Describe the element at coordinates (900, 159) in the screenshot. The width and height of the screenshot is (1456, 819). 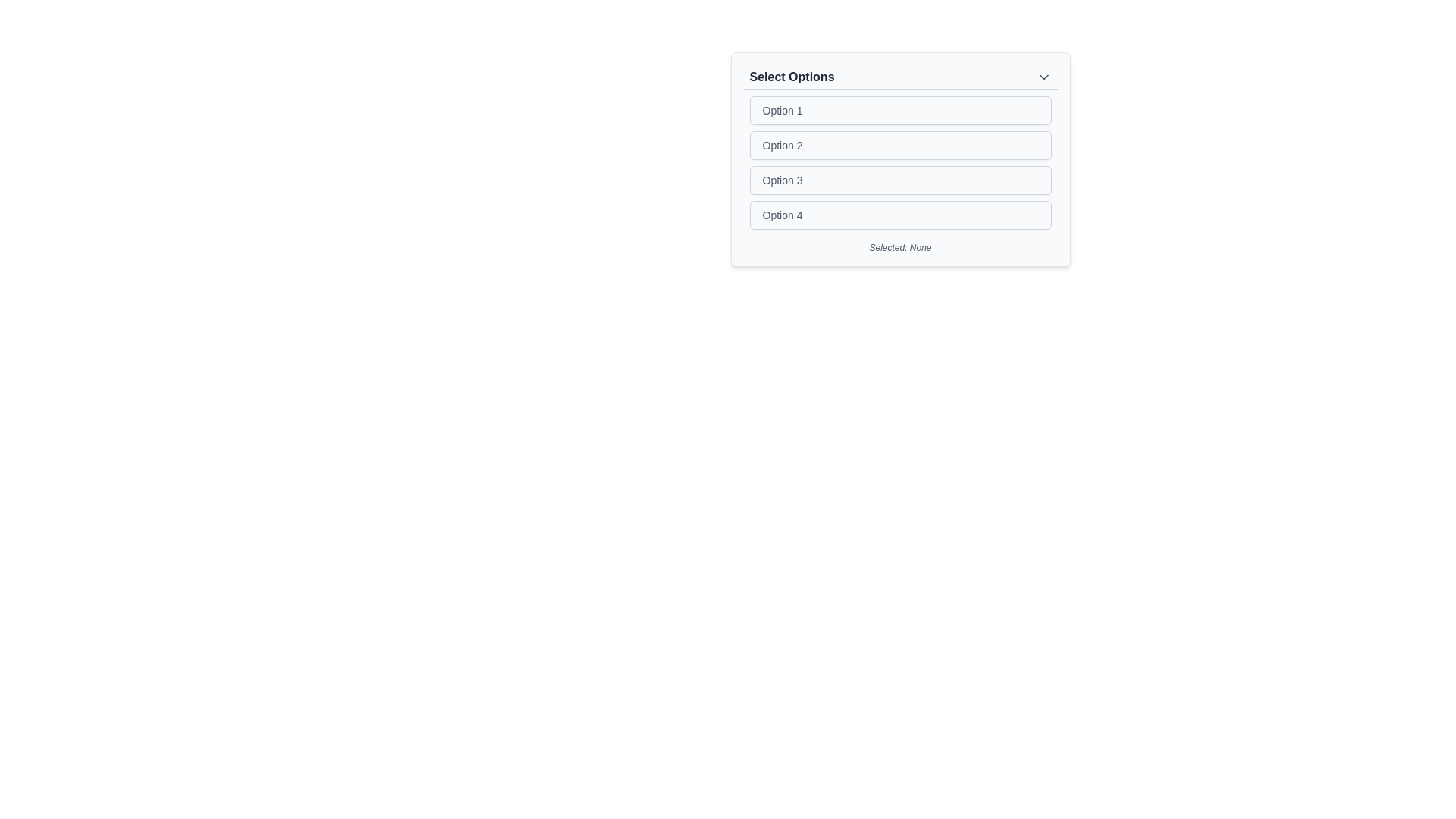
I see `the second option labeled 'Option 2' in the dropdown menu titled 'Select Options'` at that location.